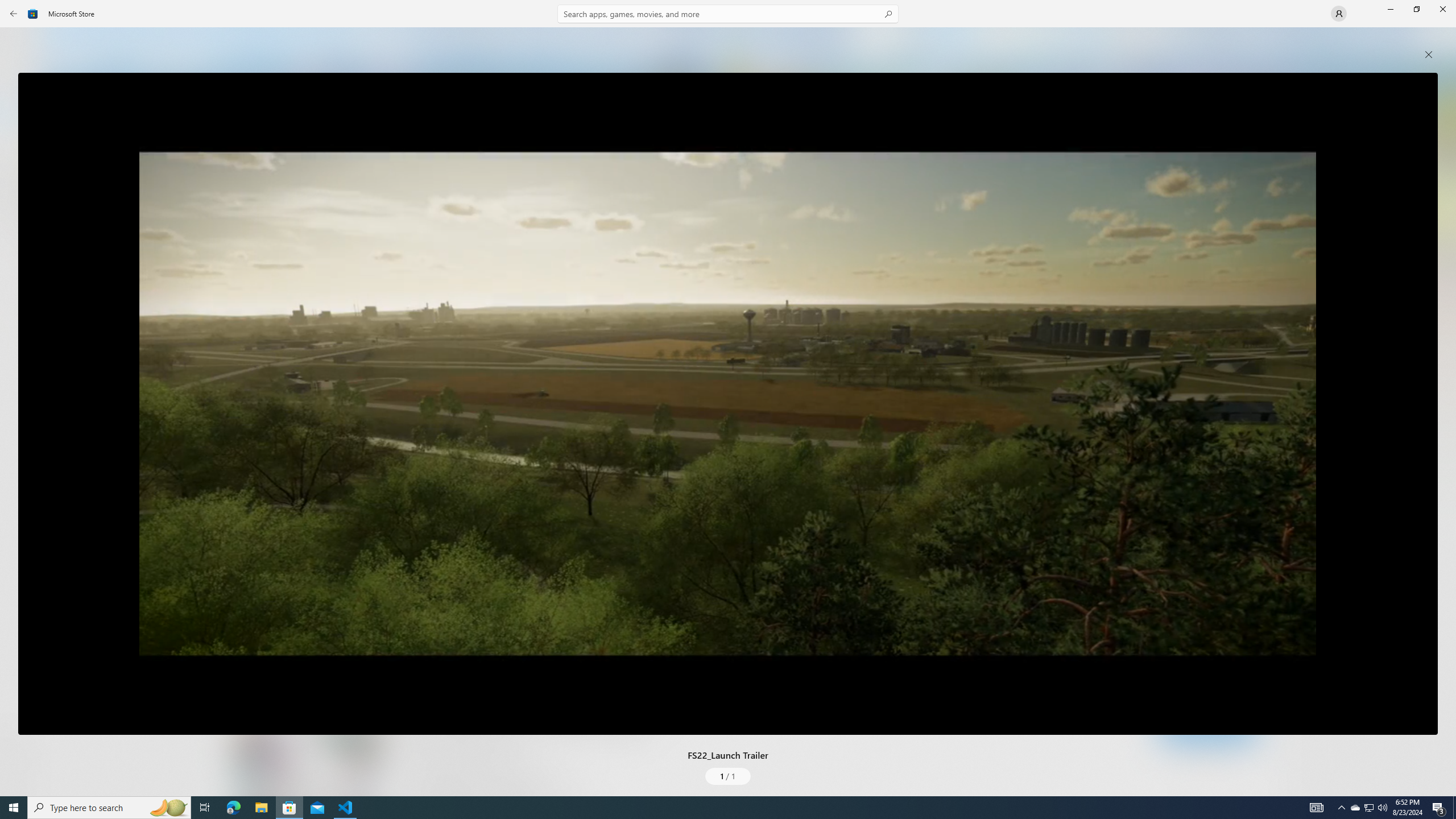 Image resolution: width=1456 pixels, height=819 pixels. I want to click on 'Back', so click(14, 13).